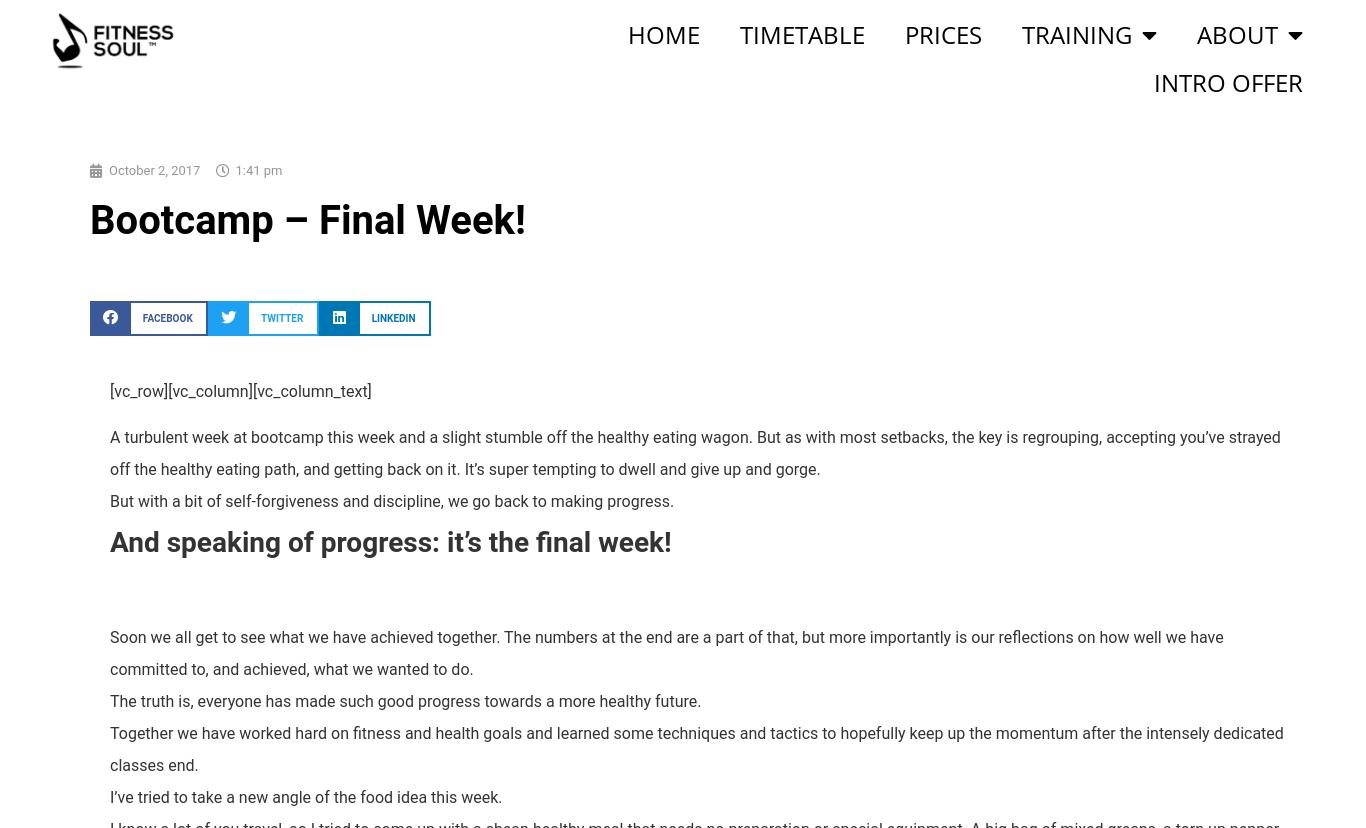 The image size is (1366, 828). I want to click on 'Twitter', so click(261, 316).